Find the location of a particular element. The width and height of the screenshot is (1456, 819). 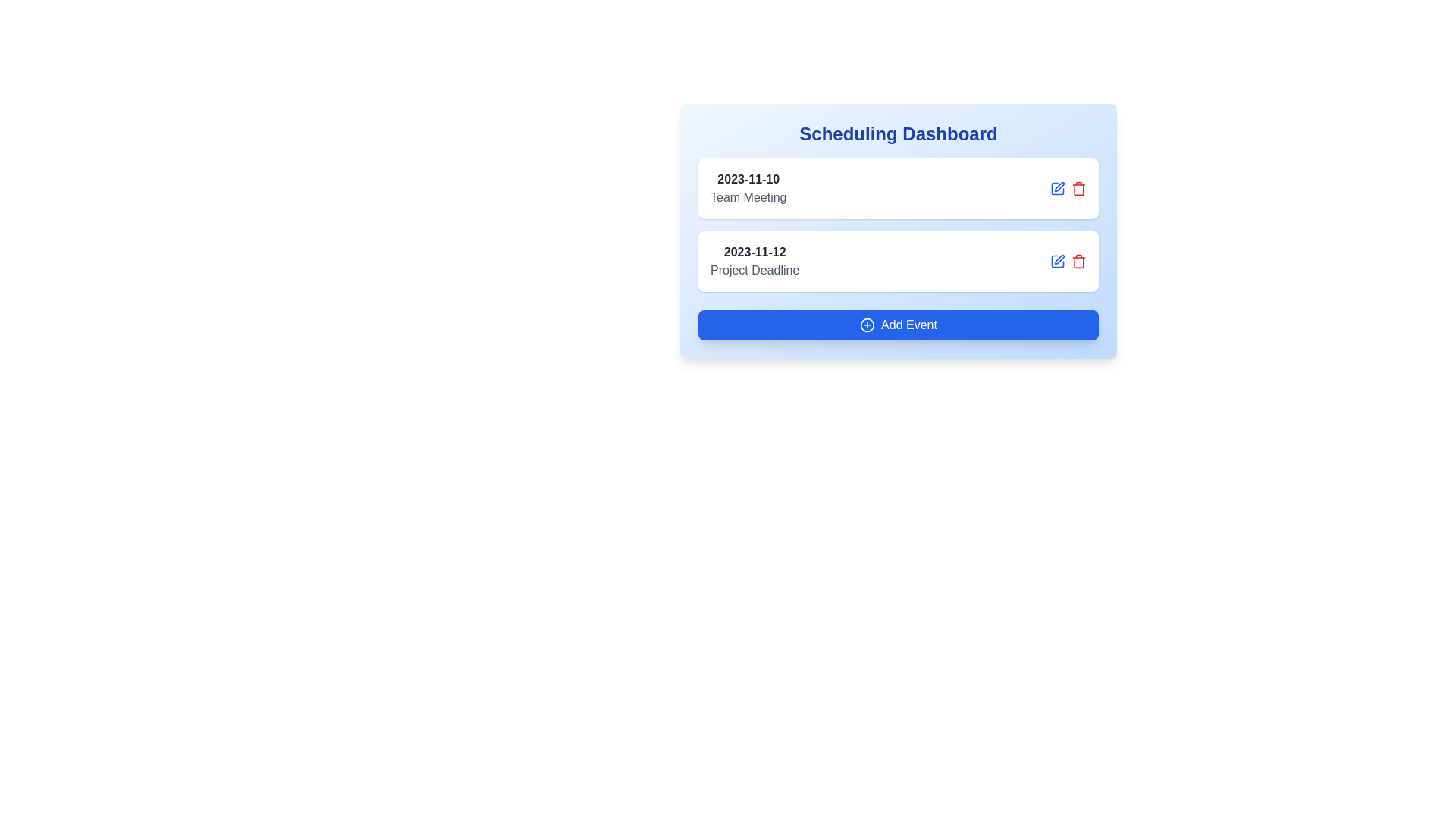

text displayed in the Text Label element showing the date '2023-11-10', which is styled in bold and dark gray color, located above the 'Team Meeting' text is located at coordinates (748, 178).